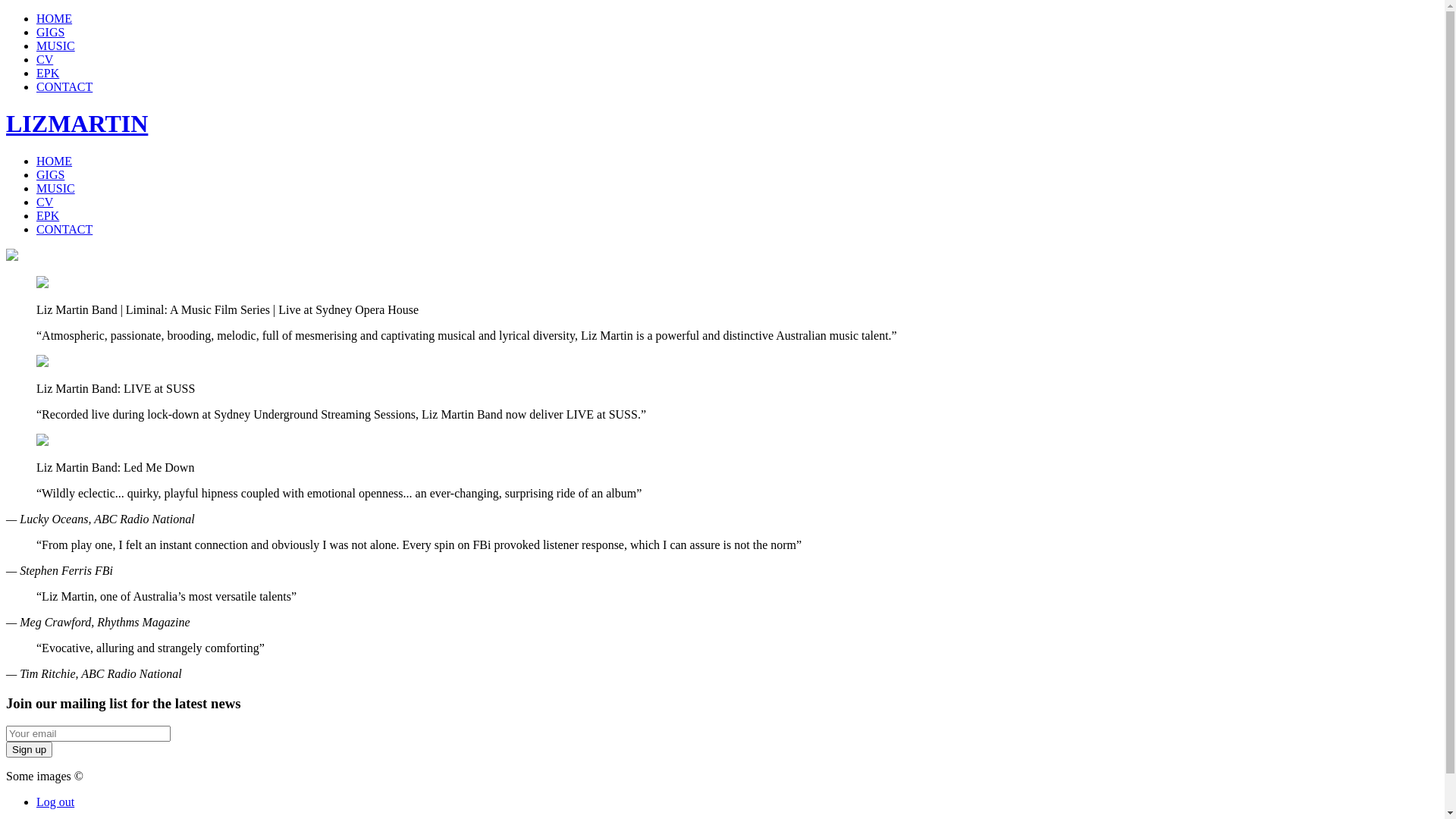 This screenshot has width=1456, height=819. I want to click on 'EPK', so click(47, 73).